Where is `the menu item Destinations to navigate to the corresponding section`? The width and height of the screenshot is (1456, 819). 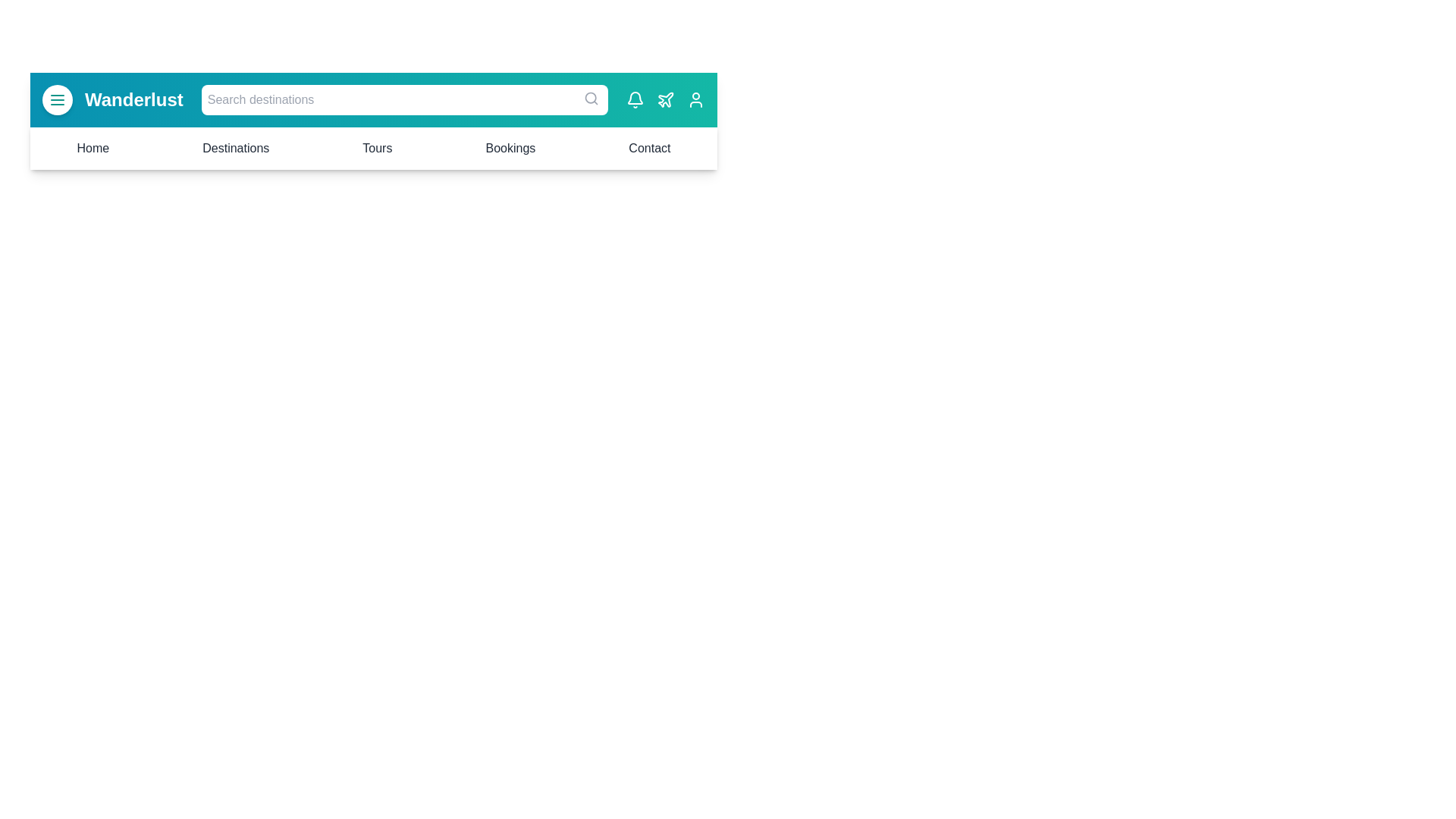 the menu item Destinations to navigate to the corresponding section is located at coordinates (235, 149).